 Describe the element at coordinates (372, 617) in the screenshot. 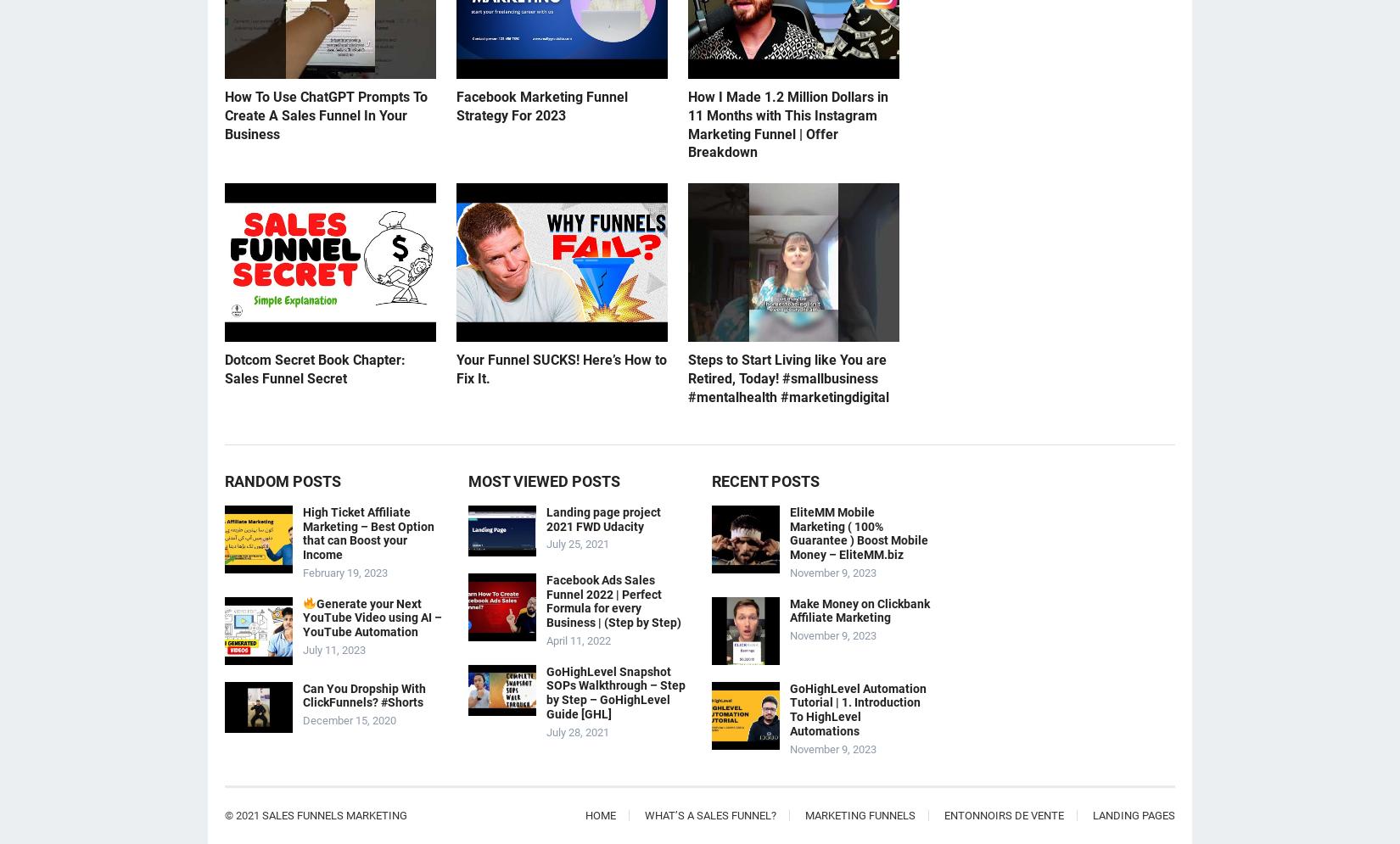

I see `'Generate your Next YouTube Video using AI – YouTube Automation'` at that location.